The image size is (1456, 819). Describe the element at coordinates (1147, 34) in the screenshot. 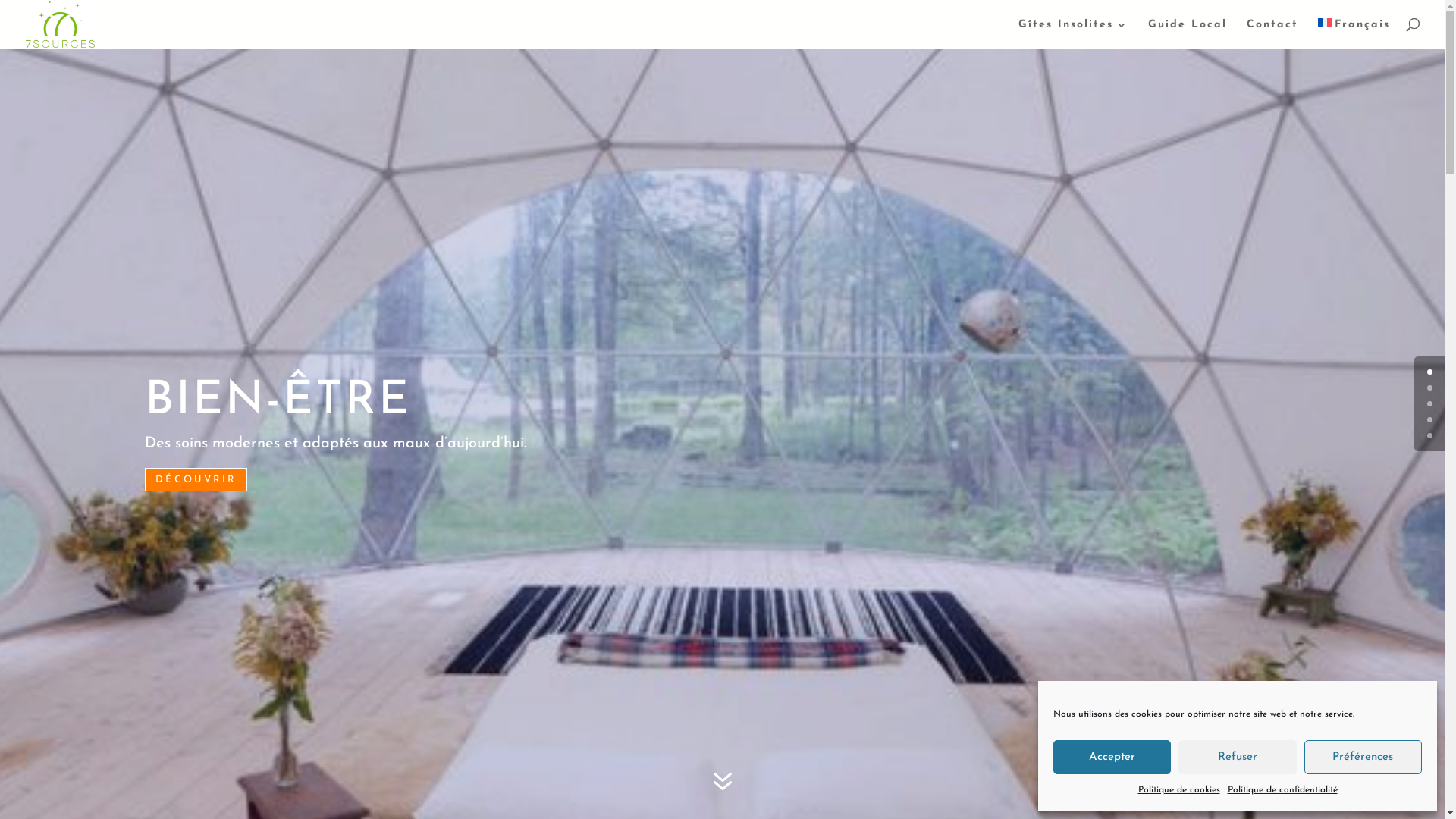

I see `'Guide Local'` at that location.